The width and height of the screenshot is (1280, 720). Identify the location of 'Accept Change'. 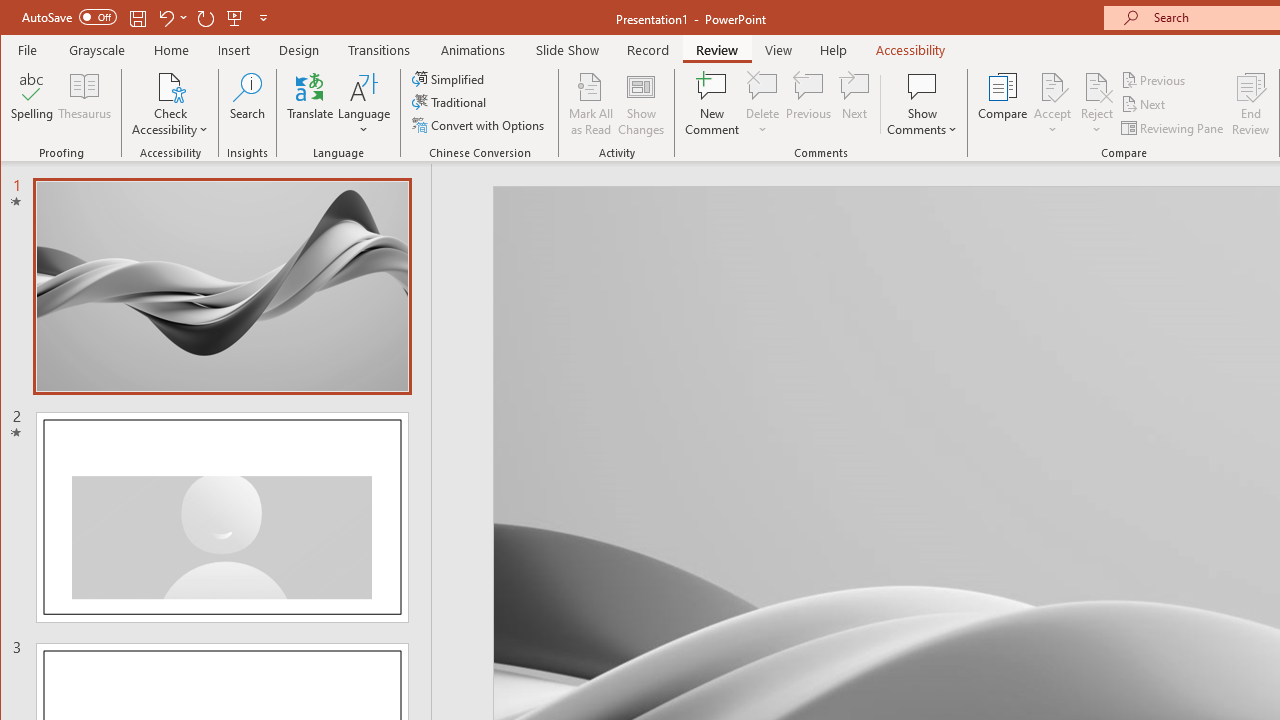
(1051, 85).